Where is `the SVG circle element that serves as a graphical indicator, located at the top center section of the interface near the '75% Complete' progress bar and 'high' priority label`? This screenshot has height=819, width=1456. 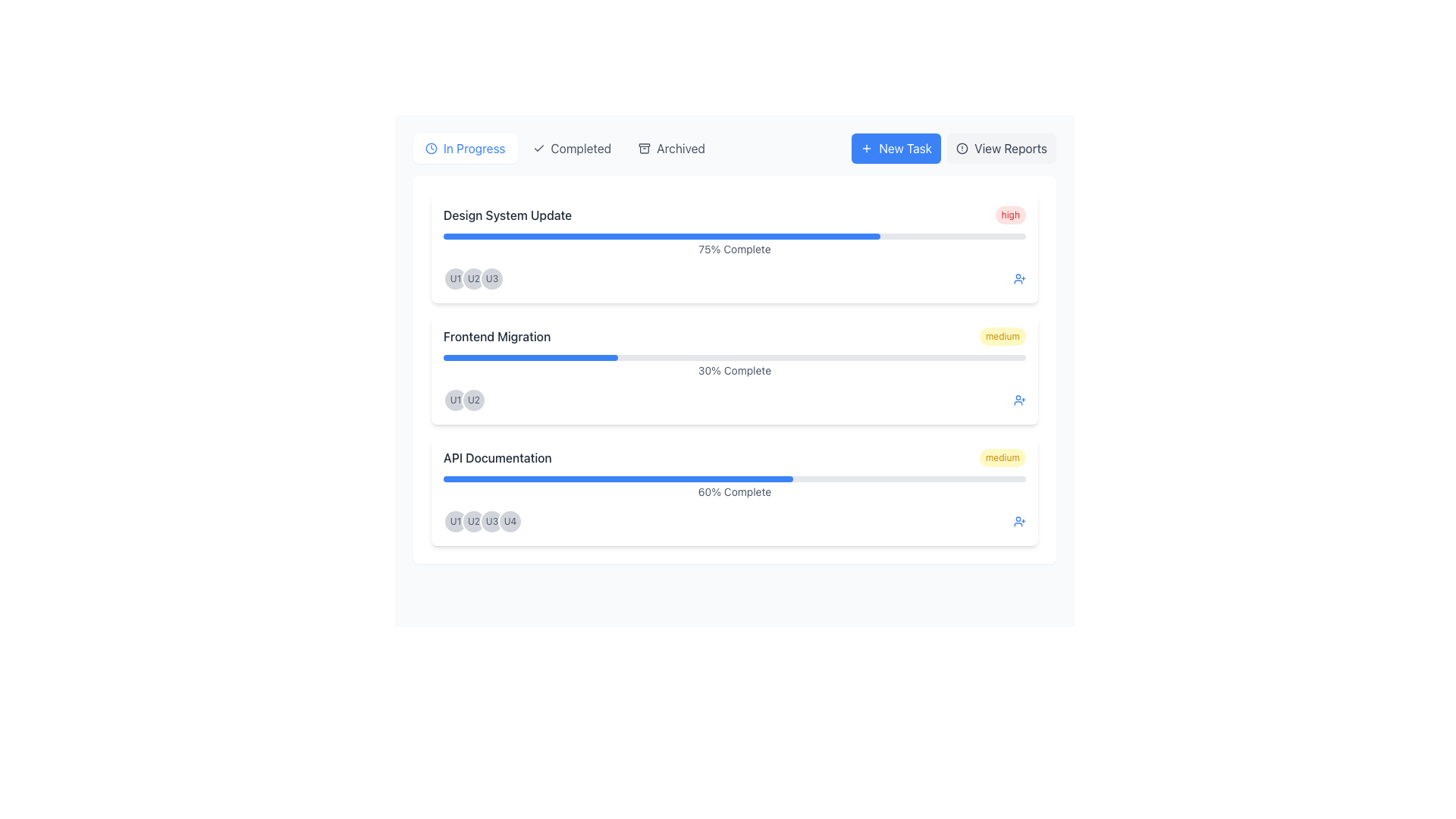
the SVG circle element that serves as a graphical indicator, located at the top center section of the interface near the '75% Complete' progress bar and 'high' priority label is located at coordinates (962, 149).